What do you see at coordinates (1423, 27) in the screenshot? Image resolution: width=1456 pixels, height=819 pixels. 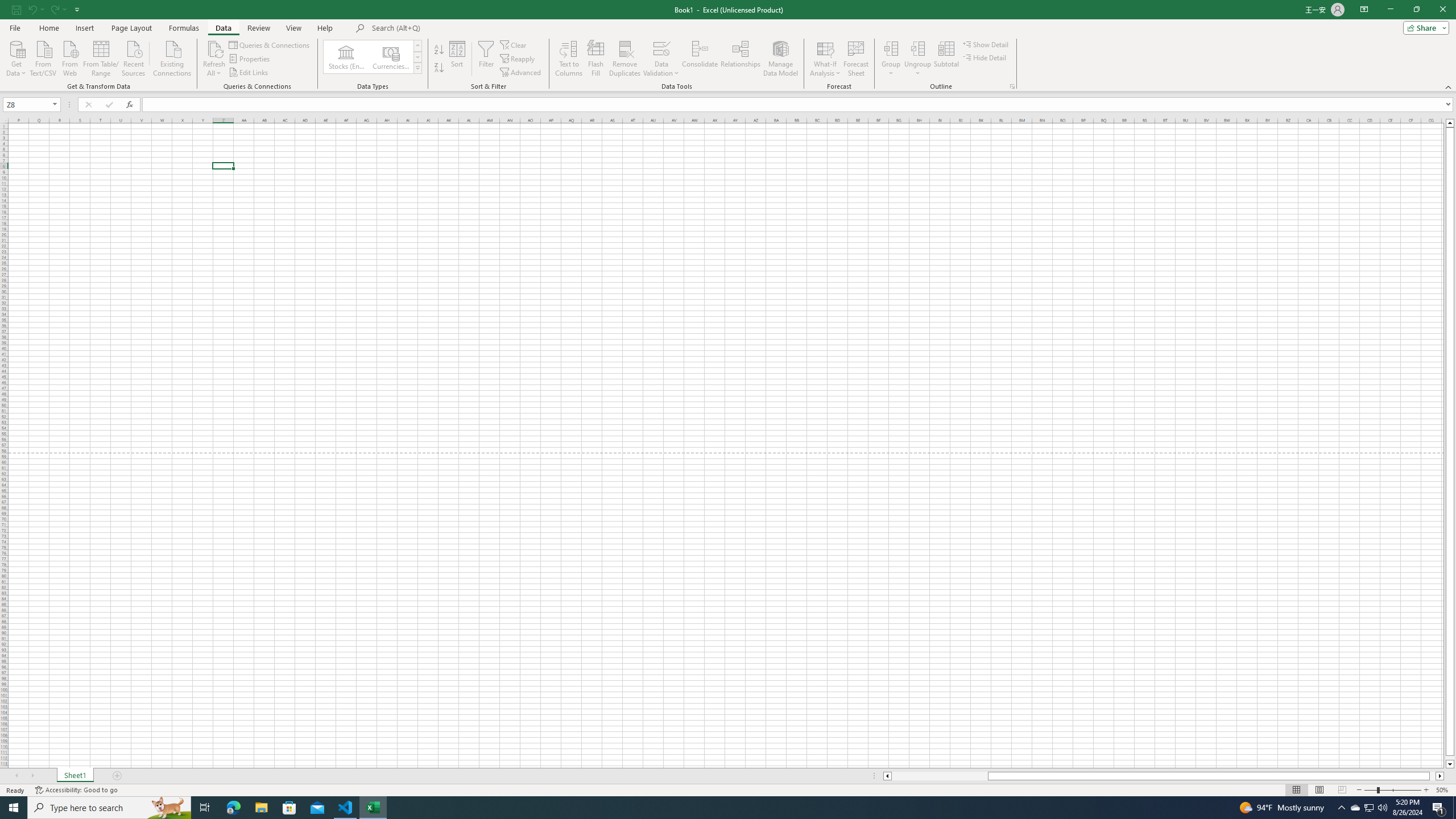 I see `'Share'` at bounding box center [1423, 27].